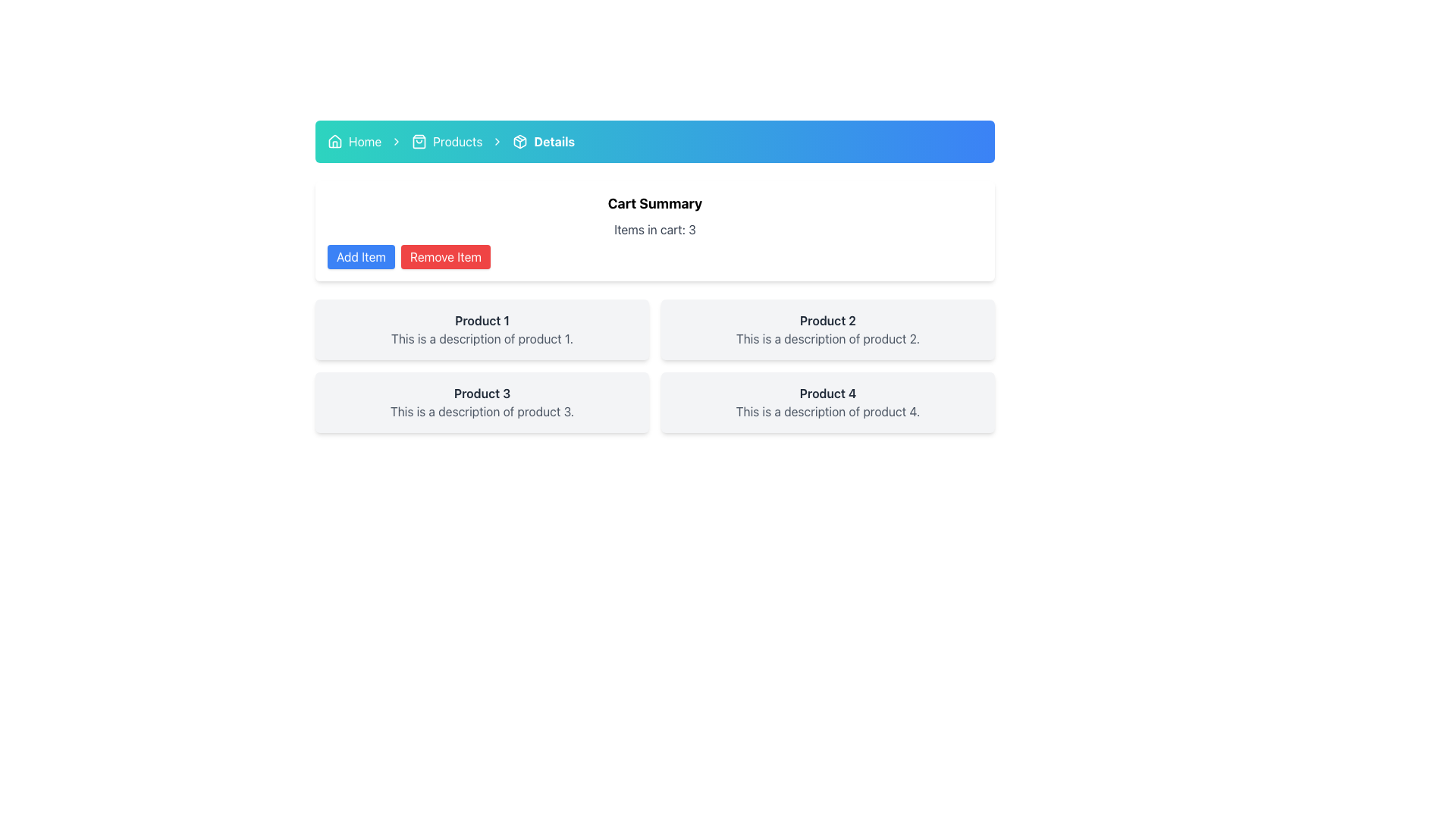 This screenshot has width=1456, height=819. I want to click on the decorative 'Products' icon in the breadcrumb navigation bar, which assists in indicating the user's current location within the website hierarchy, so click(419, 141).